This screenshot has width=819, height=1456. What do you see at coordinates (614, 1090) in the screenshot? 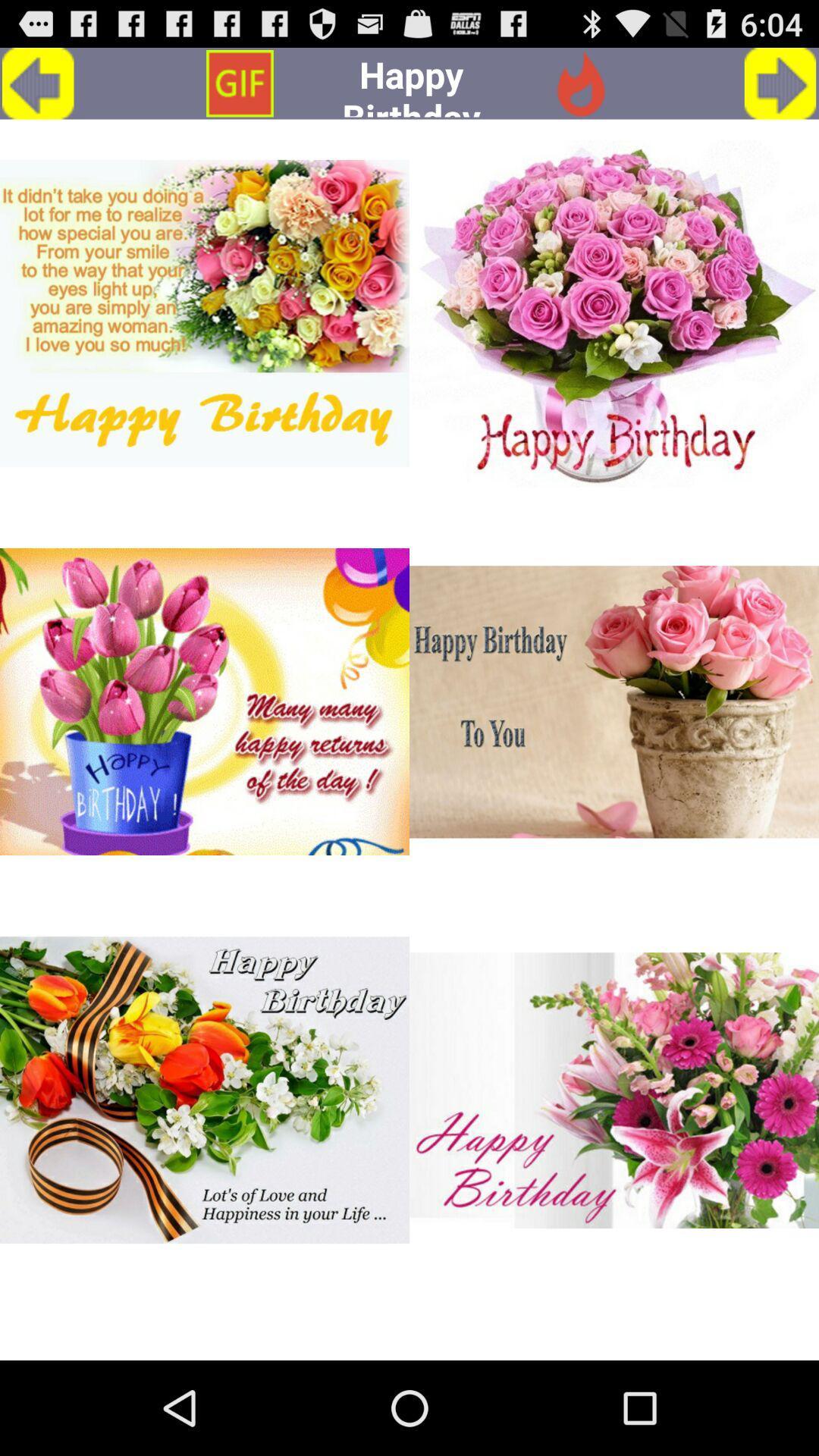
I see `the gif` at bounding box center [614, 1090].